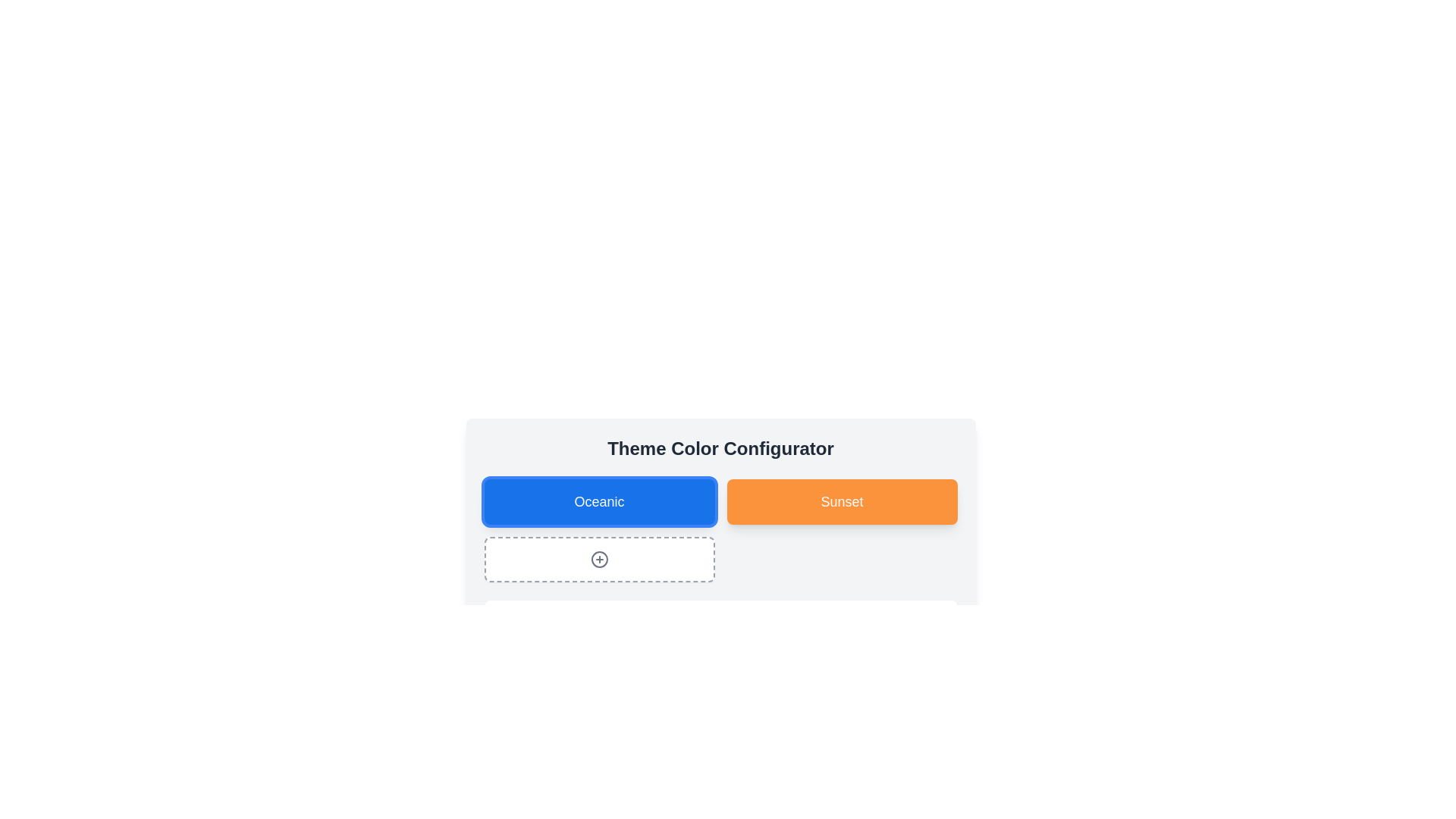 The height and width of the screenshot is (819, 1456). I want to click on the button with a dashed border and rounded corners that has a '+' icon, located in the bottom-left section of the grid, so click(598, 559).